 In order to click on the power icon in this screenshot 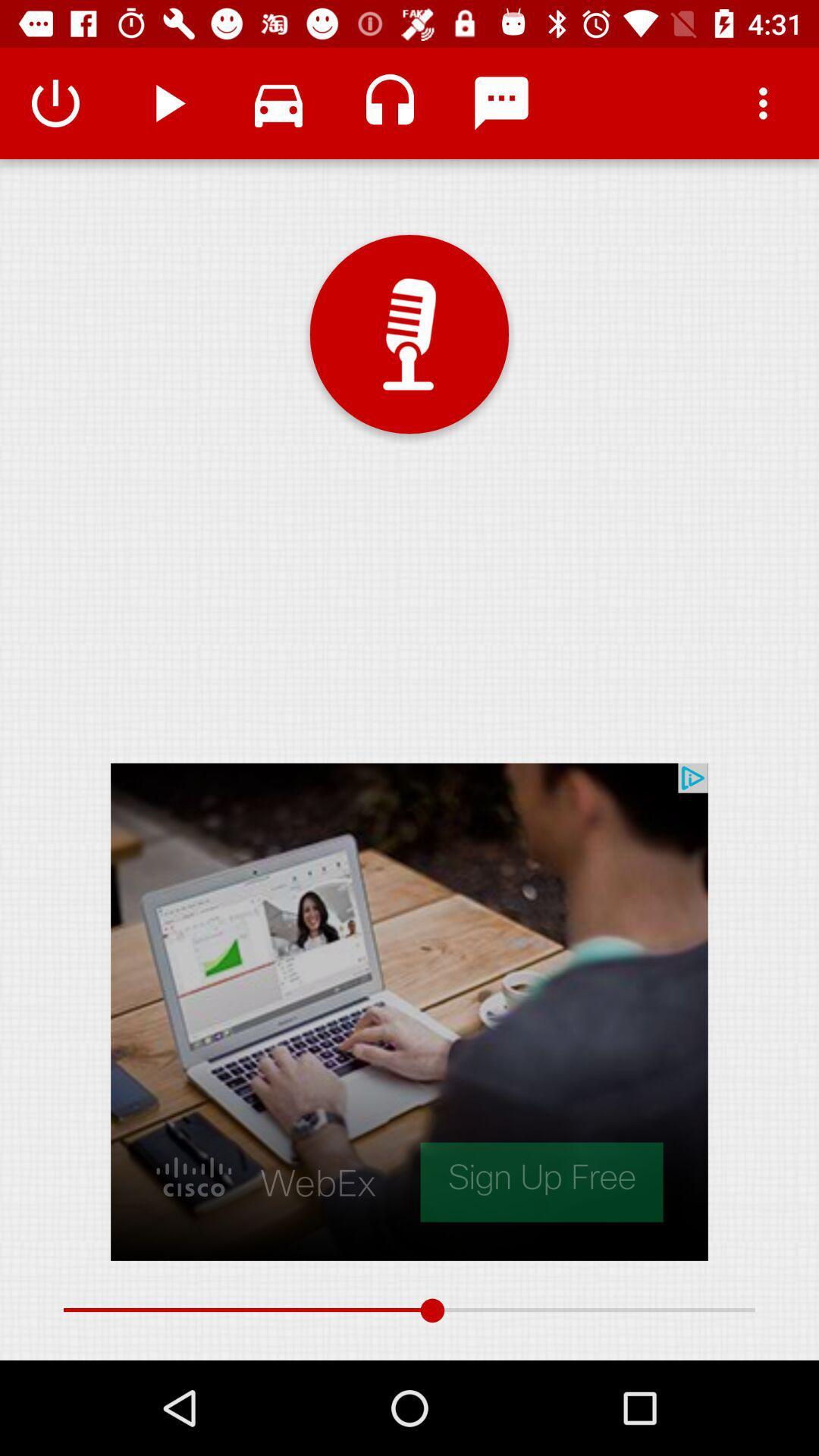, I will do `click(55, 102)`.